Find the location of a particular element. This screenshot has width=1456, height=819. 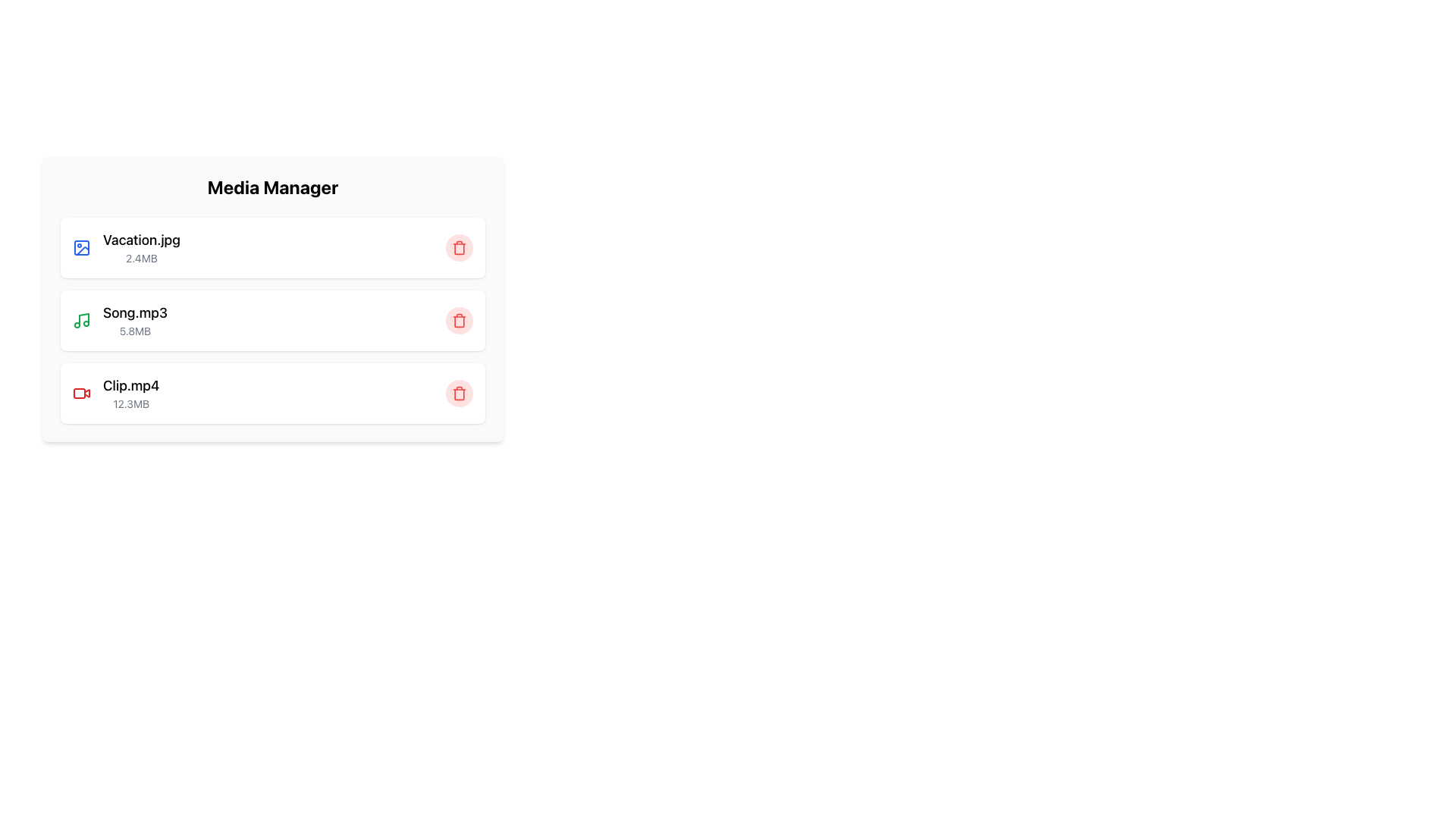

the main body part of the trash bin icon located within the delete button of the third item, 'Clip.mp4', in the interface is located at coordinates (458, 394).